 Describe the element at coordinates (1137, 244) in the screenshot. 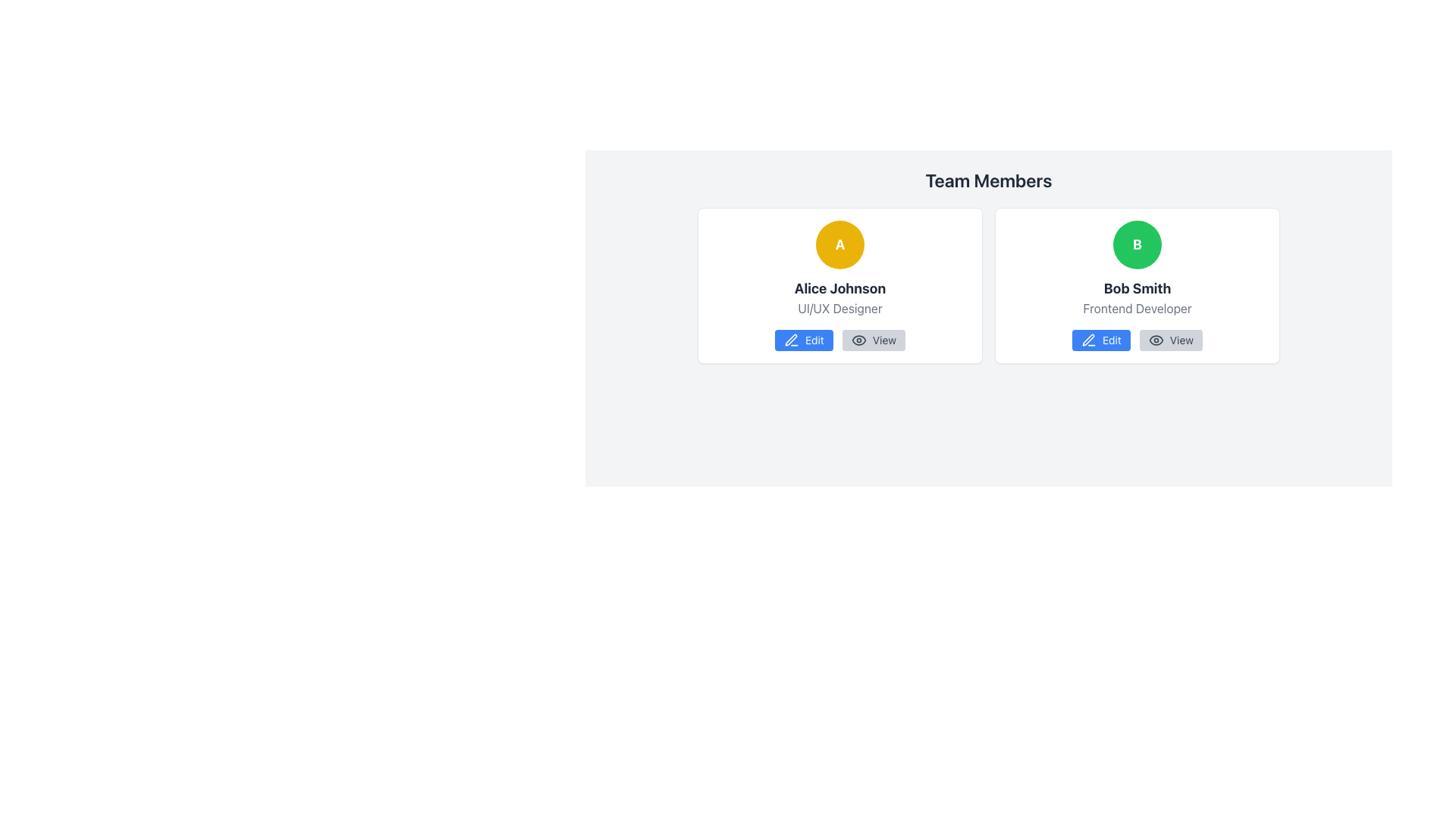

I see `the circular badge with a green background and a bold white uppercase letter 'B' centered within it, located at the top-center of the card representing user 'Bob Smith'` at that location.